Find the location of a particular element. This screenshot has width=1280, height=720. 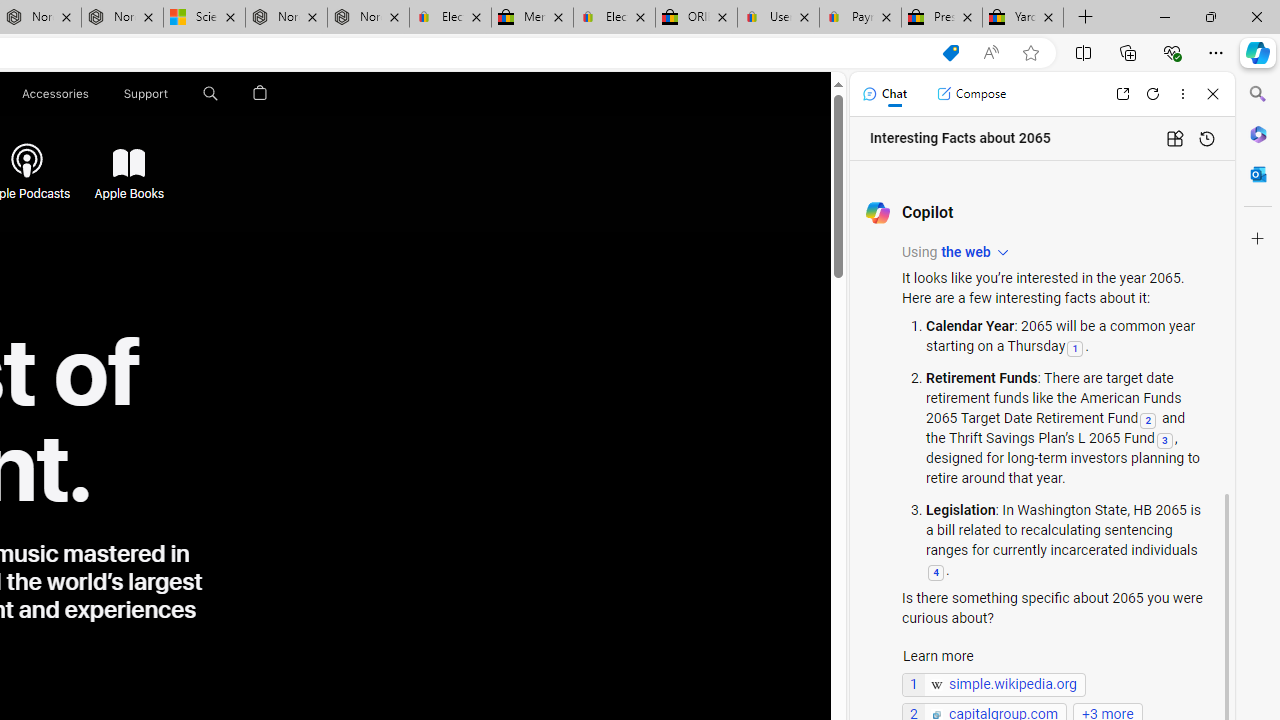

'Shopping Bag' is located at coordinates (259, 93).